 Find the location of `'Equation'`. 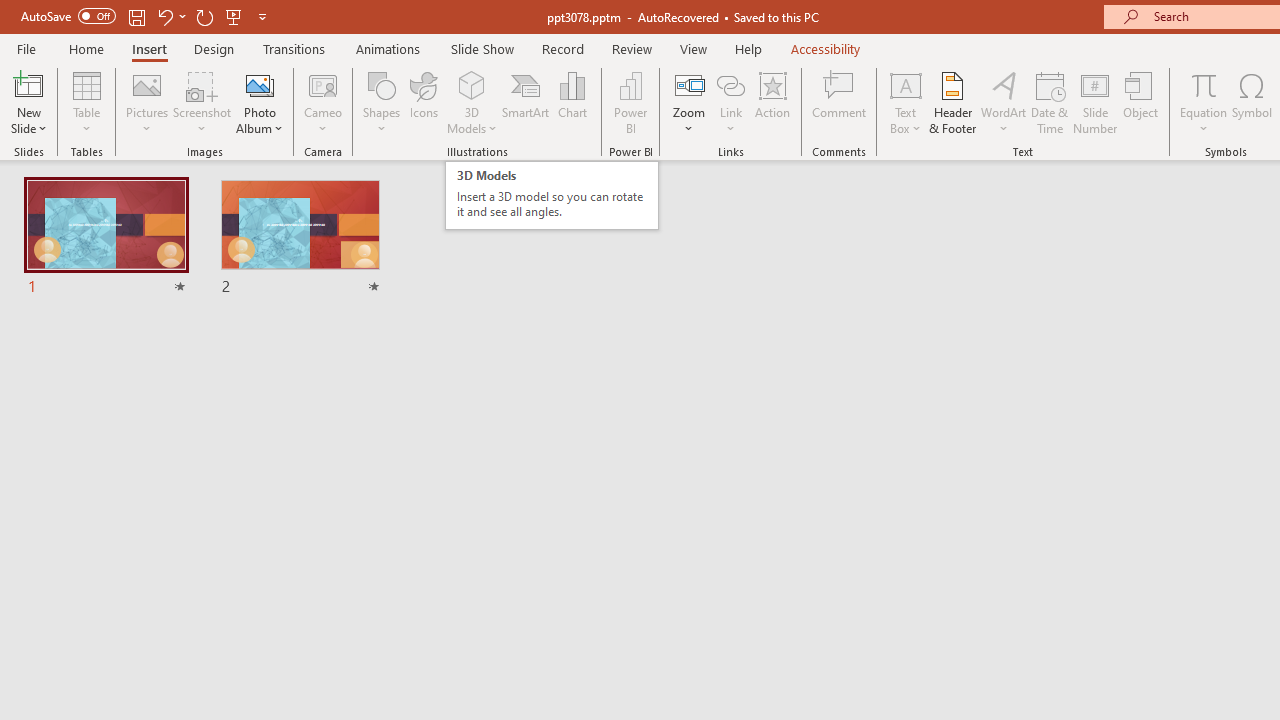

'Equation' is located at coordinates (1202, 103).